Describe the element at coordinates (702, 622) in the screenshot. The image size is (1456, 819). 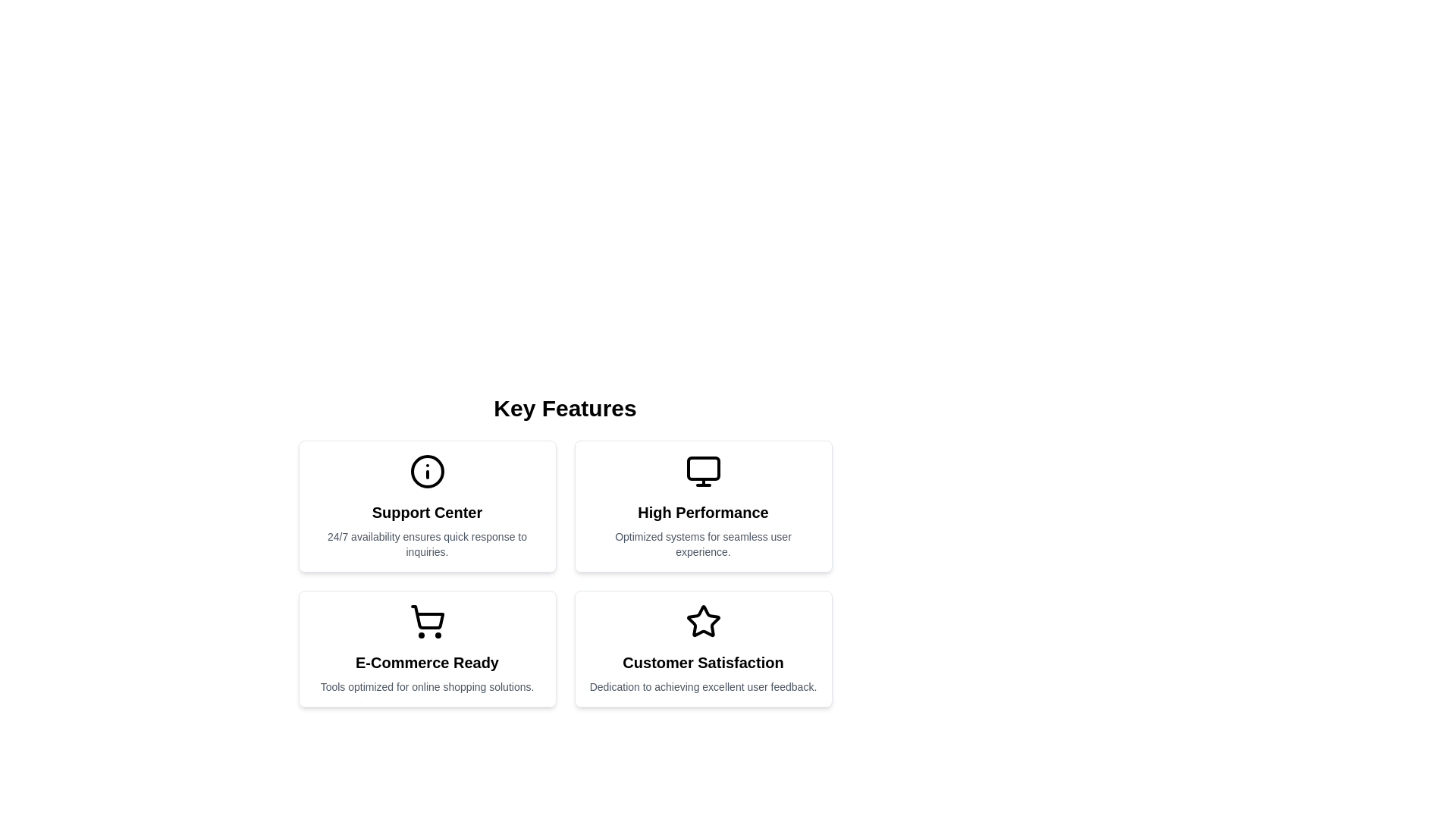
I see `the 'Customer Satisfaction' icon located in the bottom-right quadrant of the grid layout beneath the title 'Key Features'` at that location.